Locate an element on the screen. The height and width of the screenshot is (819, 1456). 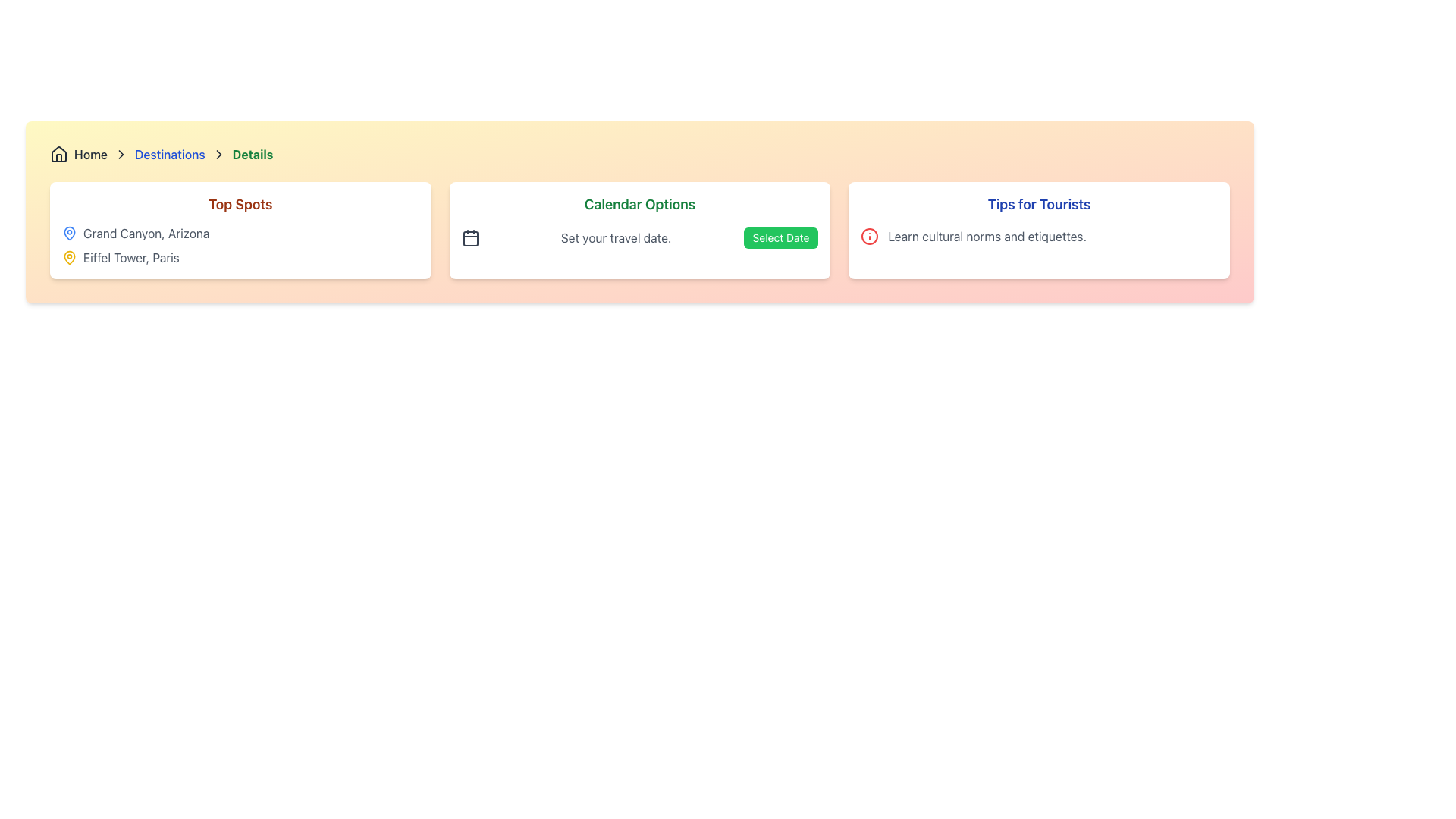
the right-facing chevron arrow icon in the breadcrumb navigation, located between 'Destinations' and 'Details' is located at coordinates (218, 155).